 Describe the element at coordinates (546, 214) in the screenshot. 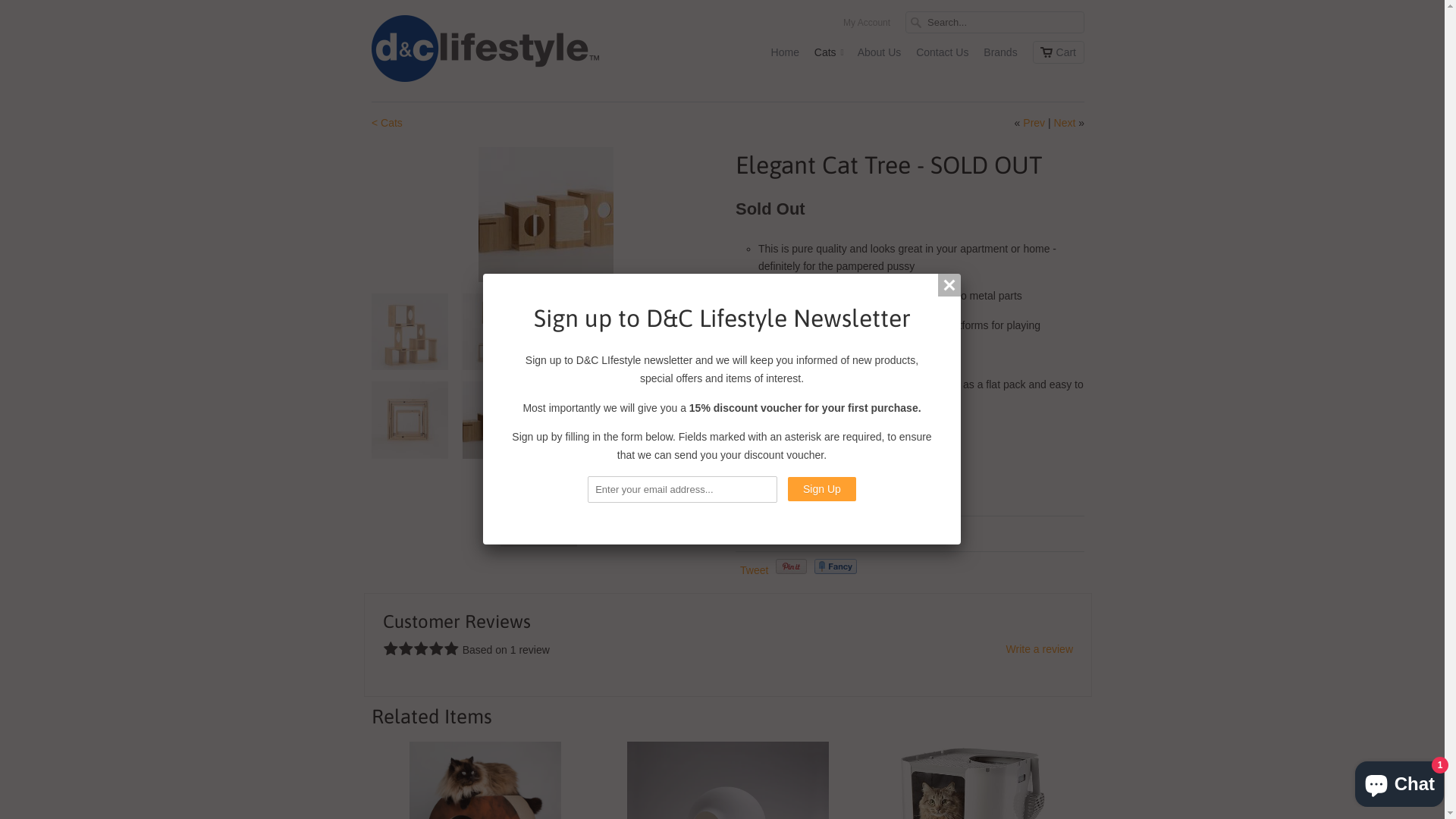

I see `'Elegant Cat Tree - SOLD OUT'` at that location.